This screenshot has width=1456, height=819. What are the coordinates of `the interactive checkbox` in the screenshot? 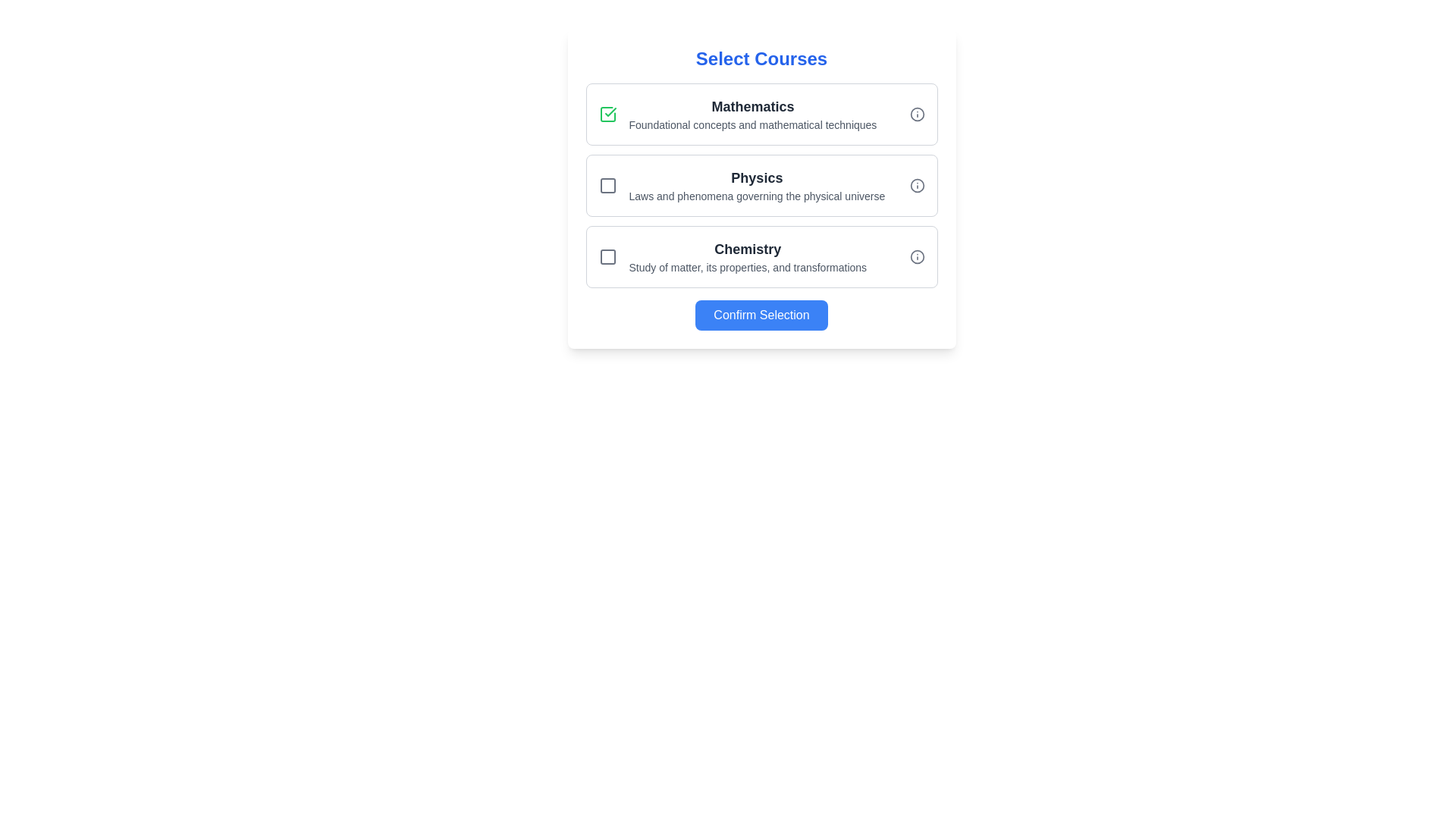 It's located at (607, 256).